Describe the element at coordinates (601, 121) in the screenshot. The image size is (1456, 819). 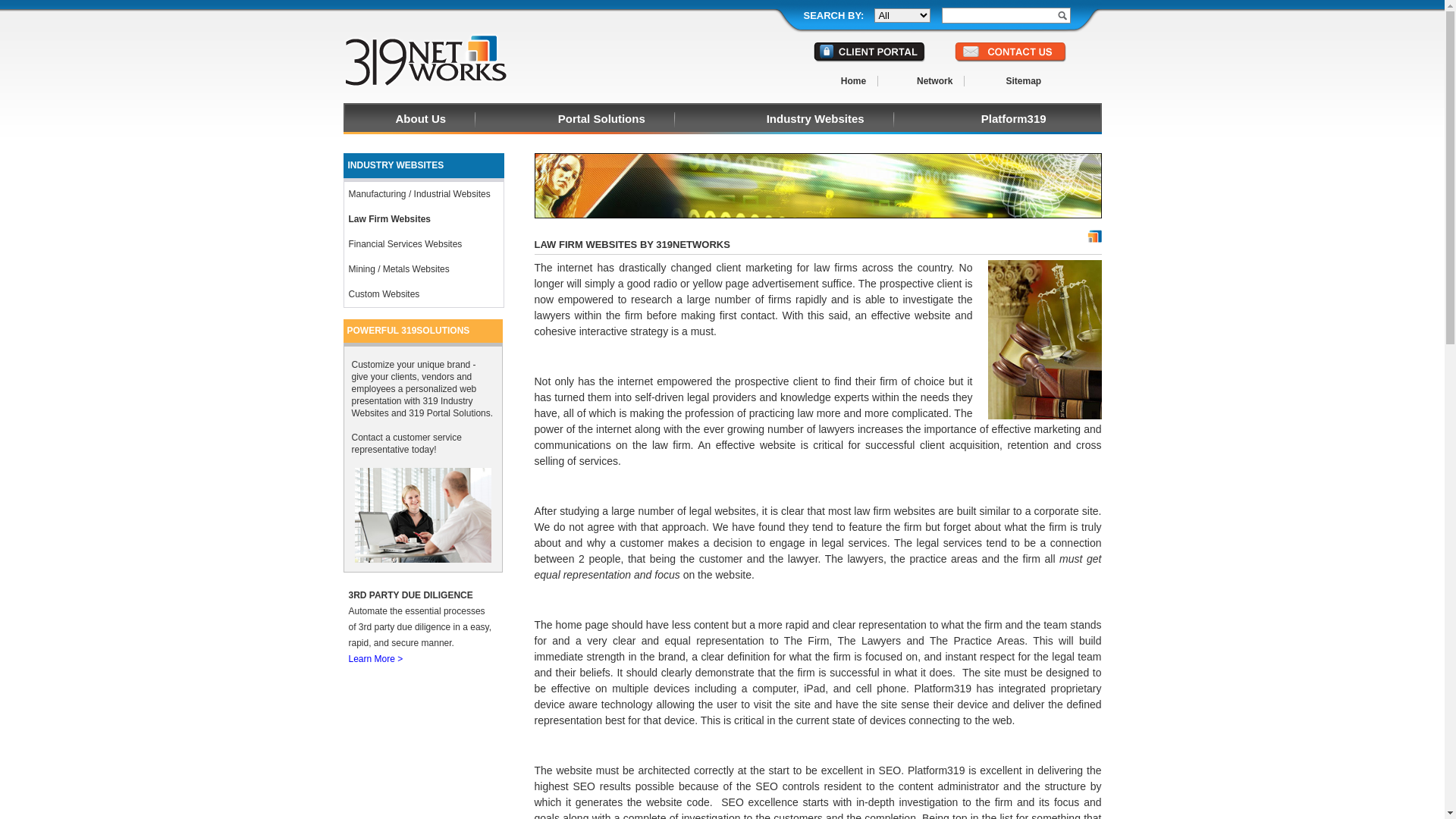
I see `'Portal Solutions'` at that location.